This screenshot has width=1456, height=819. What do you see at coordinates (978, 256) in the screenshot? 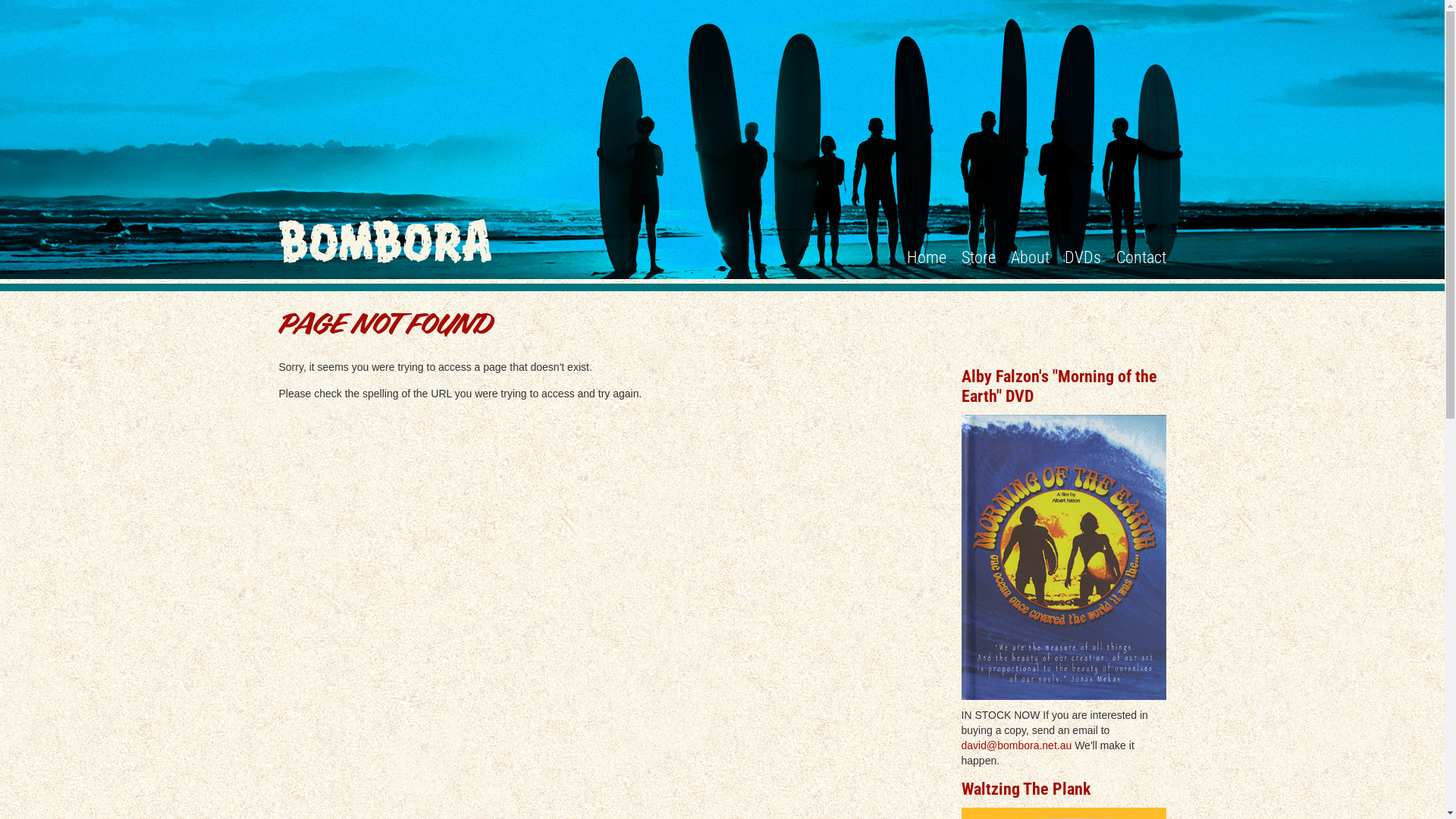
I see `'Store'` at bounding box center [978, 256].